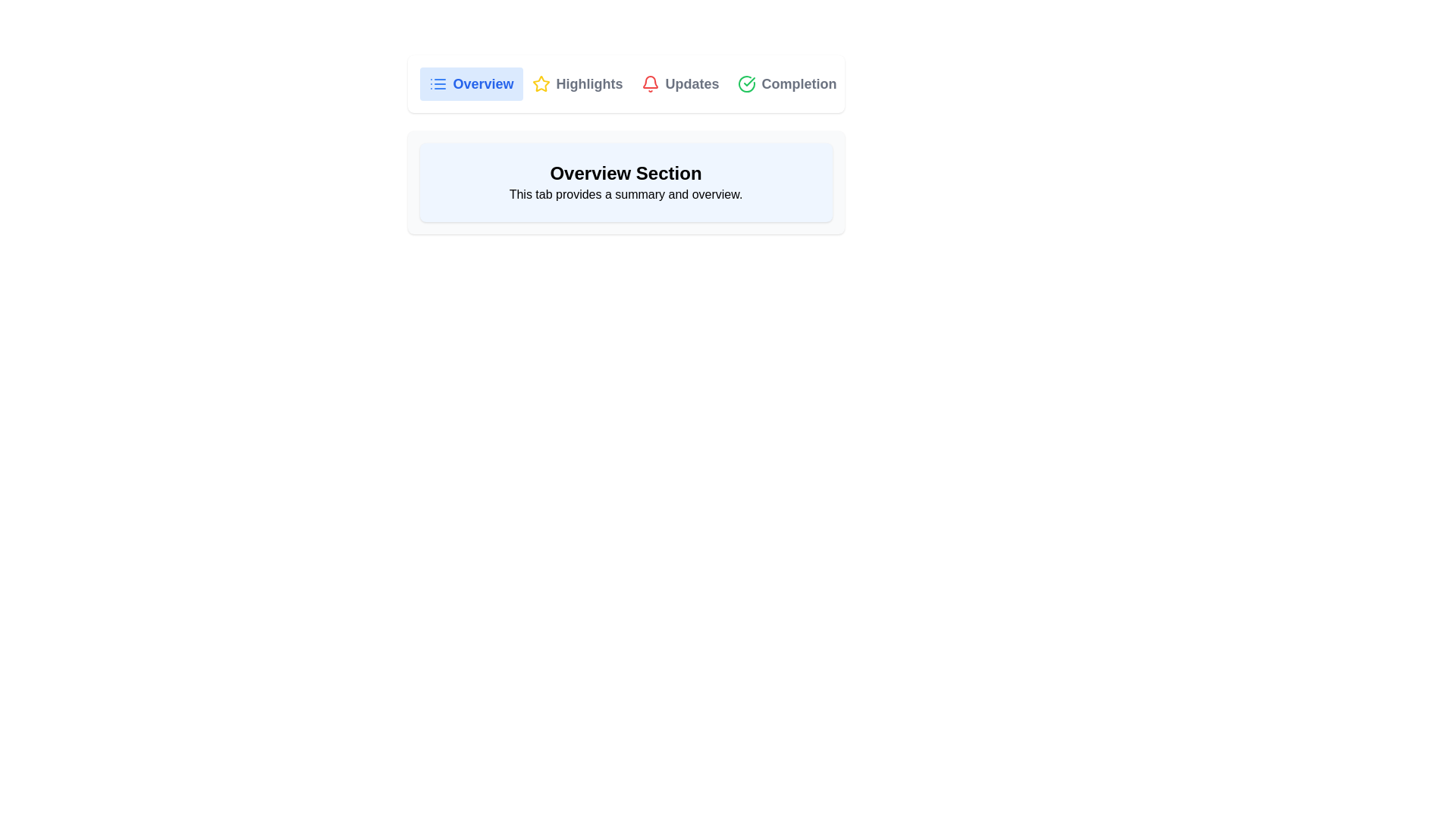  I want to click on the 'Updates' label in the navigation tab, so click(692, 84).